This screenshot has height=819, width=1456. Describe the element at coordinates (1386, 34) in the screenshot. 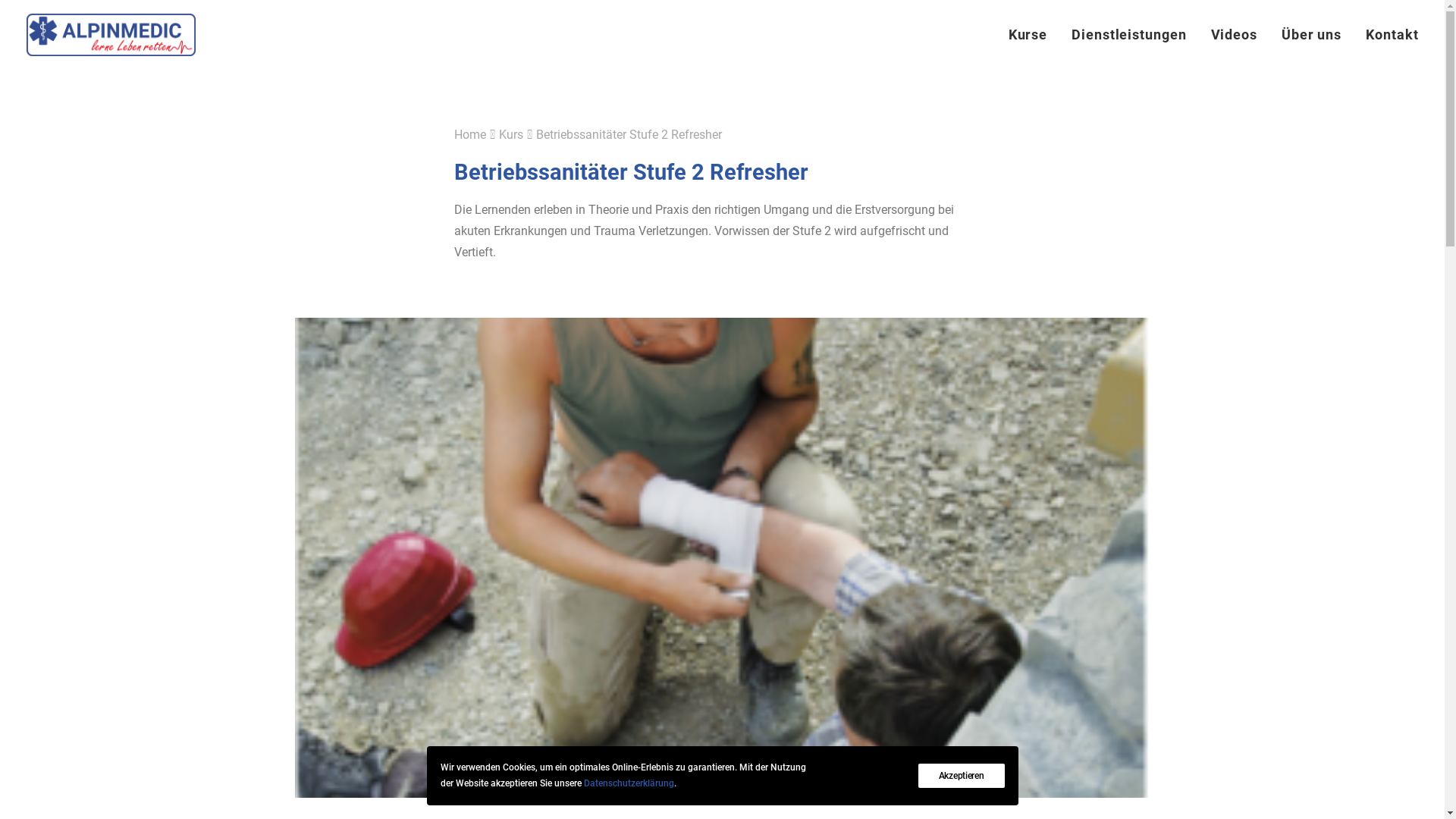

I see `'Kontakt'` at that location.